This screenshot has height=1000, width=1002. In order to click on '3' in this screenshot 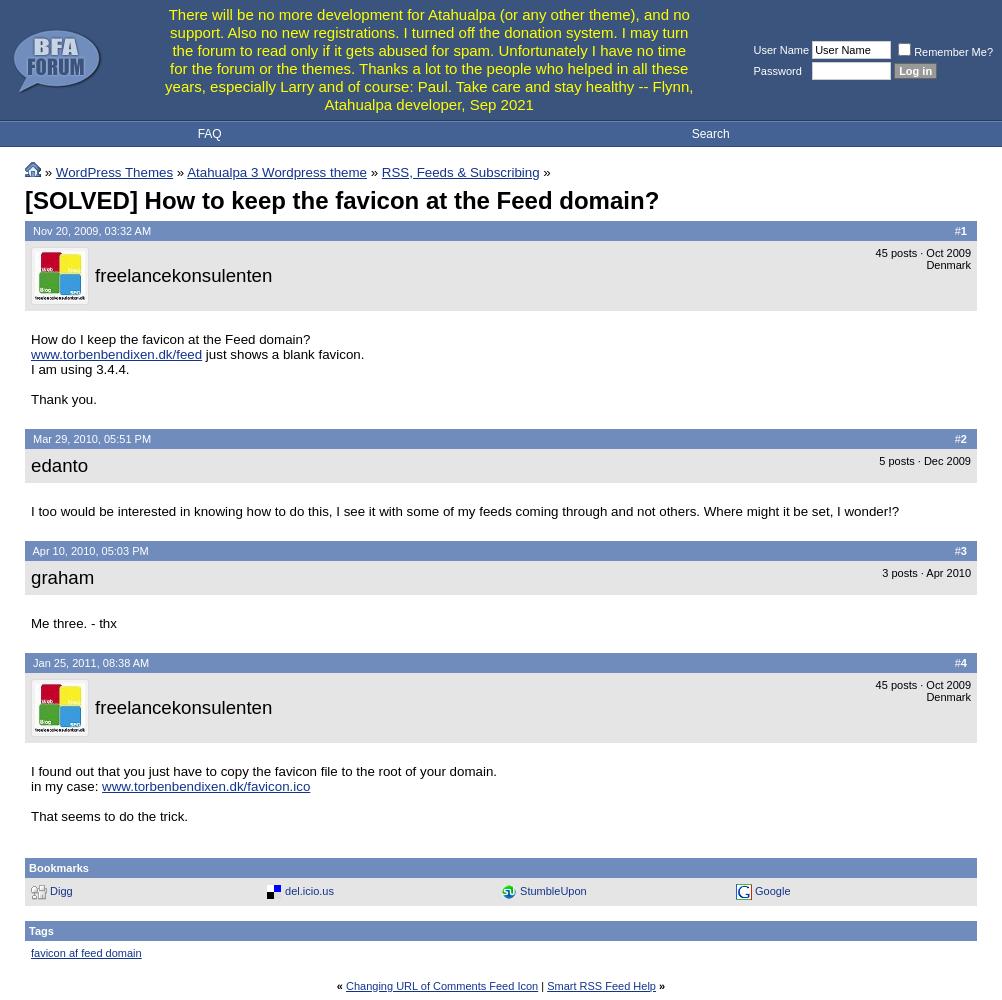, I will do `click(959, 550)`.